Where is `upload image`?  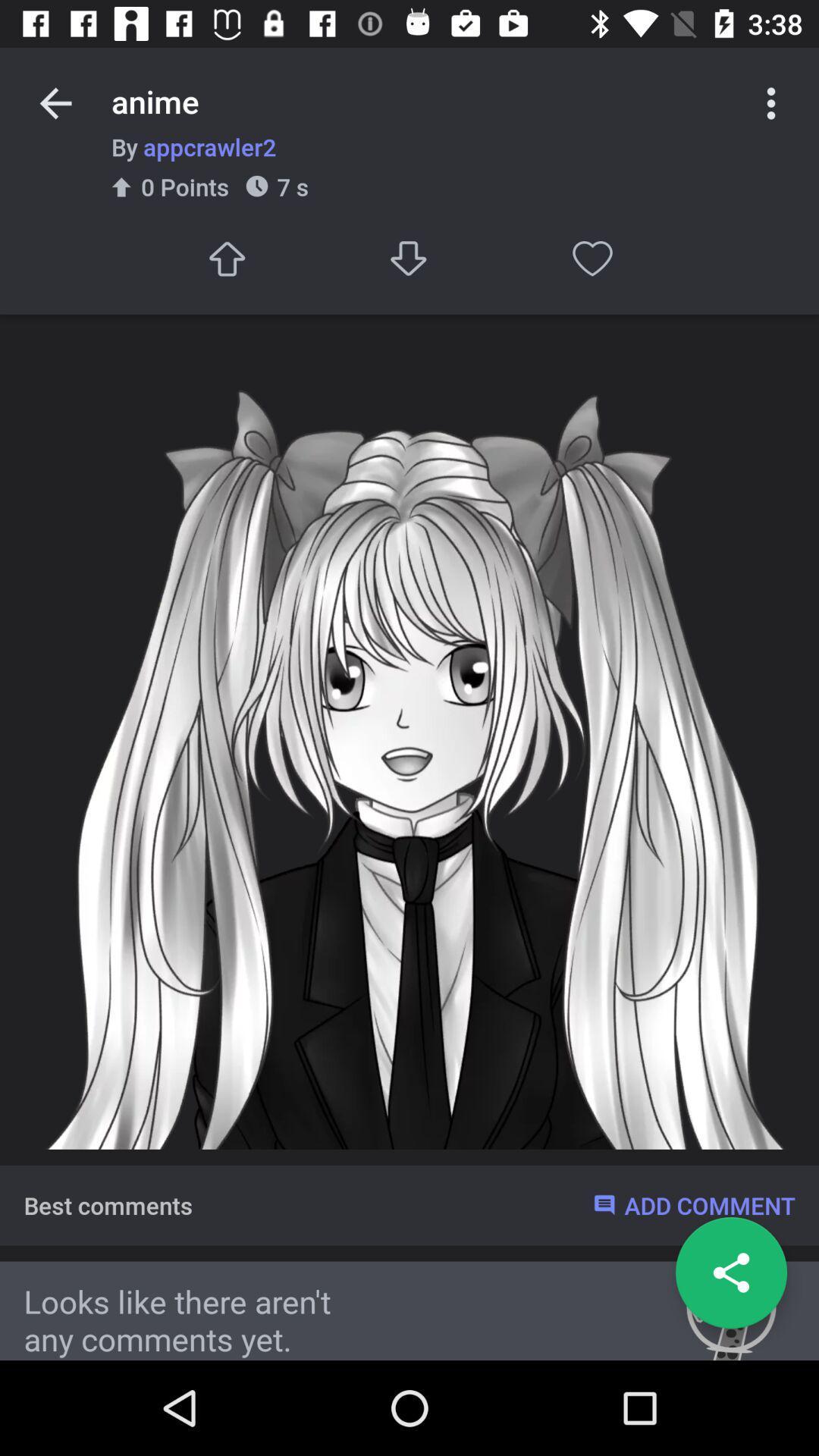
upload image is located at coordinates (226, 259).